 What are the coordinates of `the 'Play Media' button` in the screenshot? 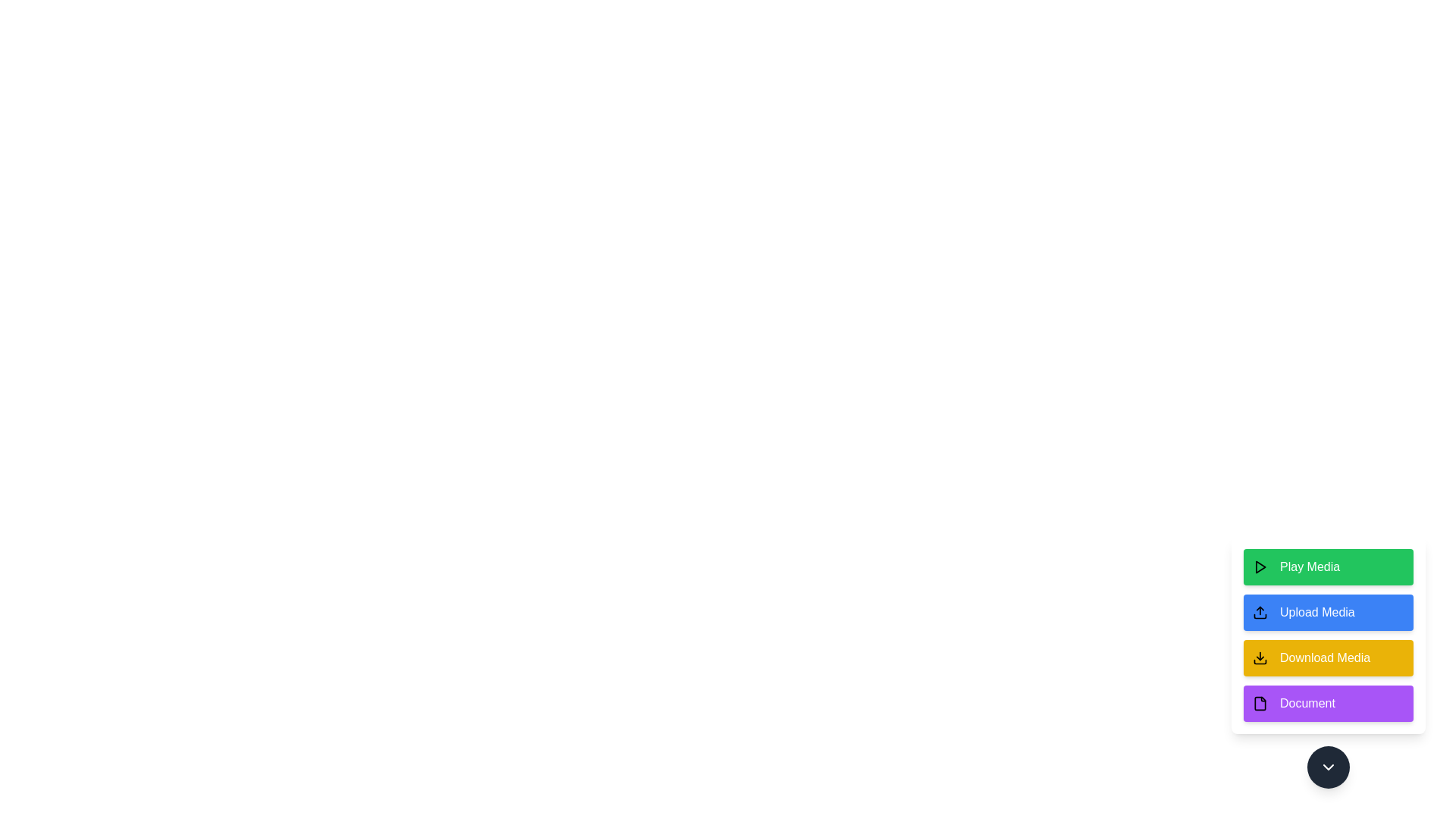 It's located at (1328, 567).